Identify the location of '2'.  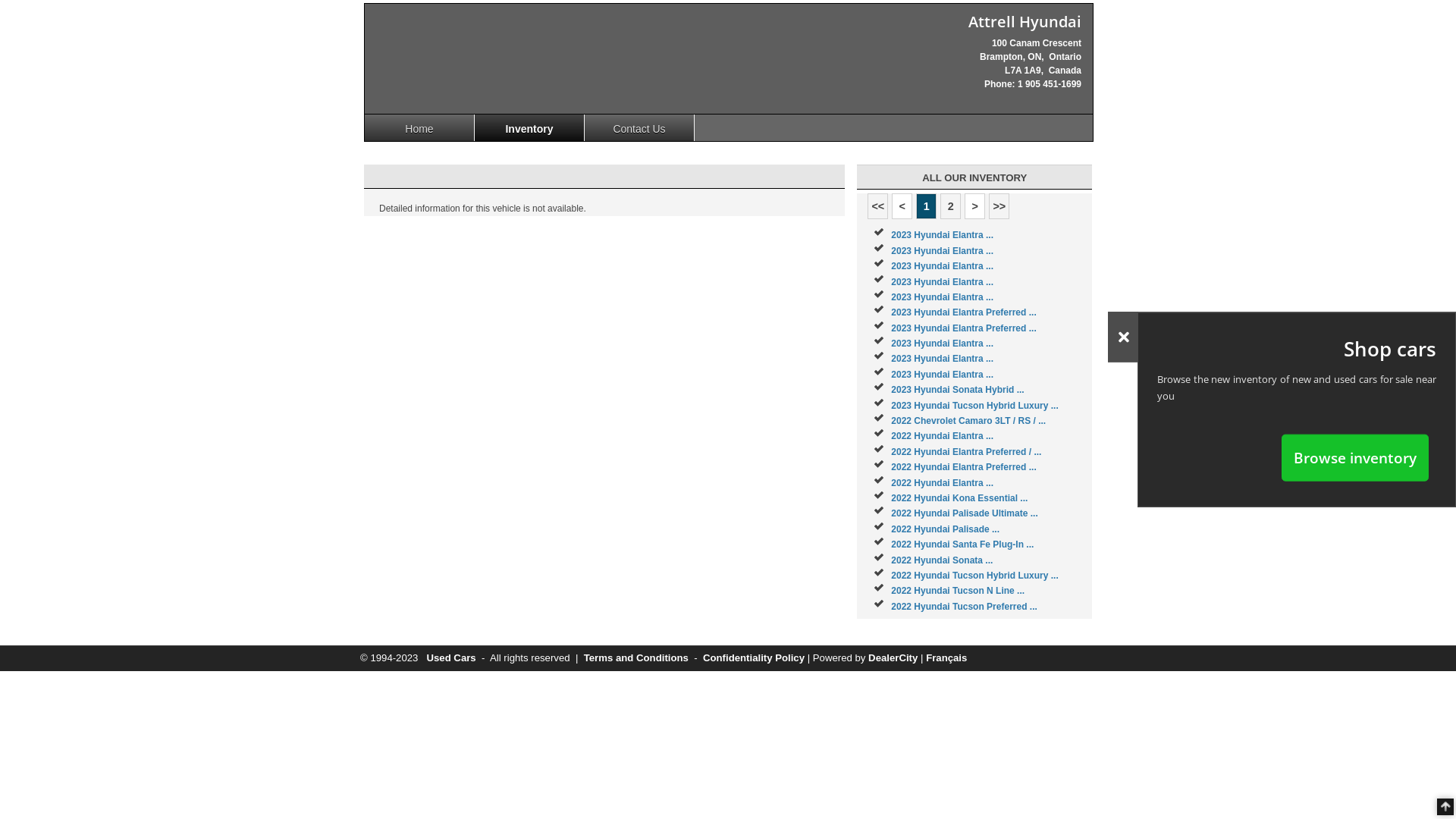
(949, 206).